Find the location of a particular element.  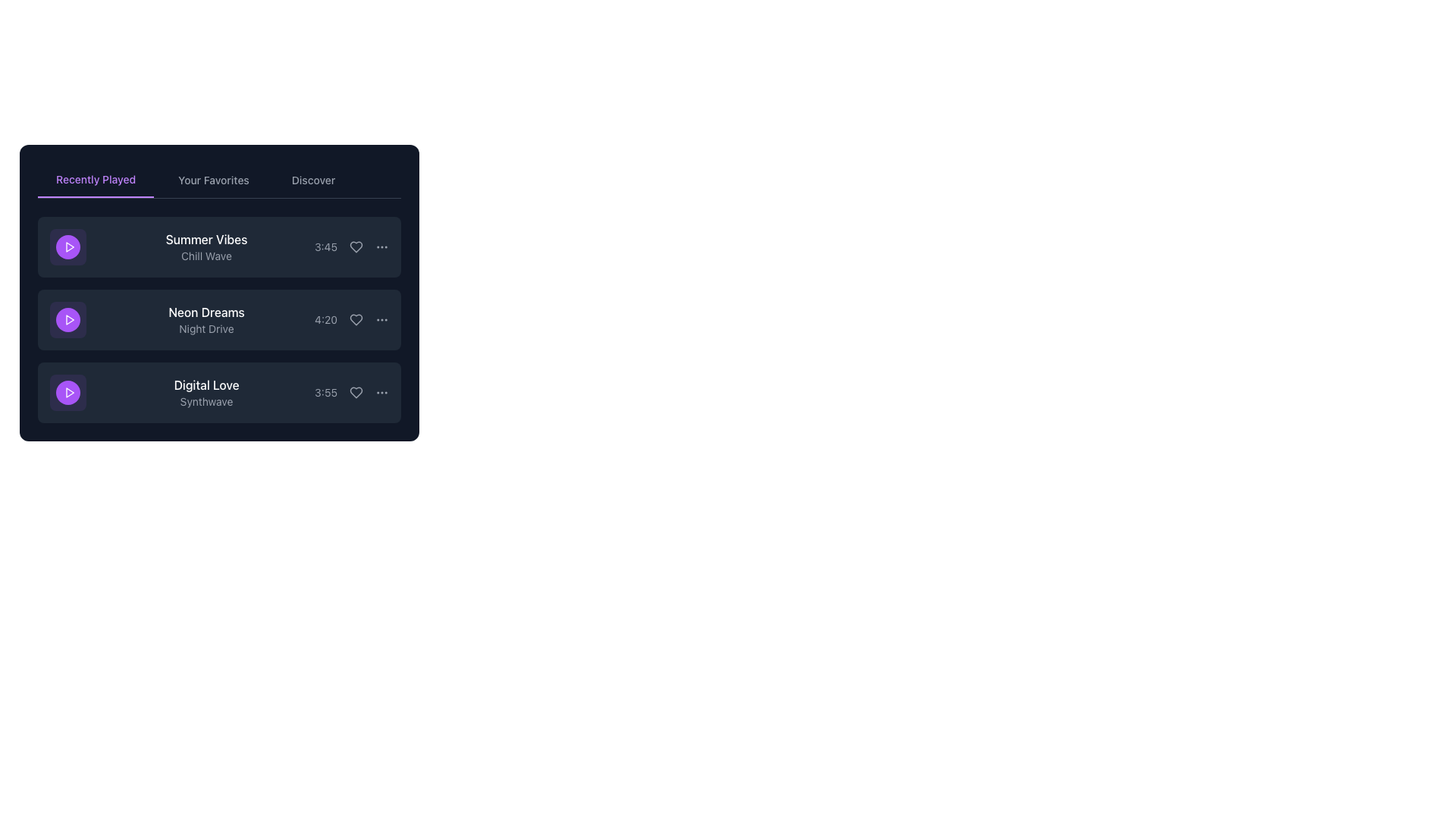

the time display label showing '3:55', which is styled in gray and located to the right of the track details for the song 'Digital Love' is located at coordinates (351, 391).